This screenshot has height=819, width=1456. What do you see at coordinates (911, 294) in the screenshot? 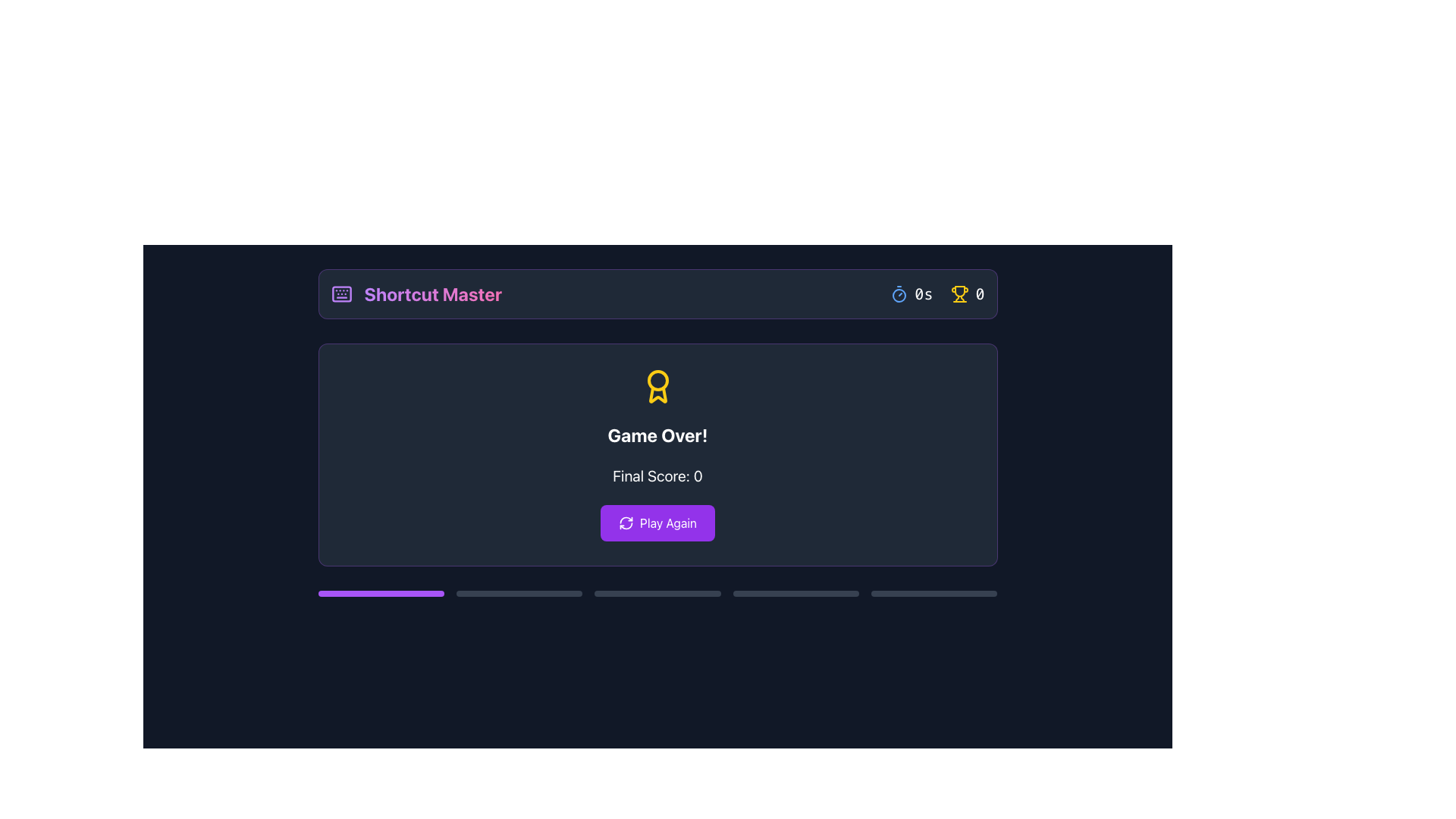
I see `displayed time from the text label showing '0s' next to the blue stopwatch icon in the header section, located to the right of 'Shortcut Master'` at bounding box center [911, 294].